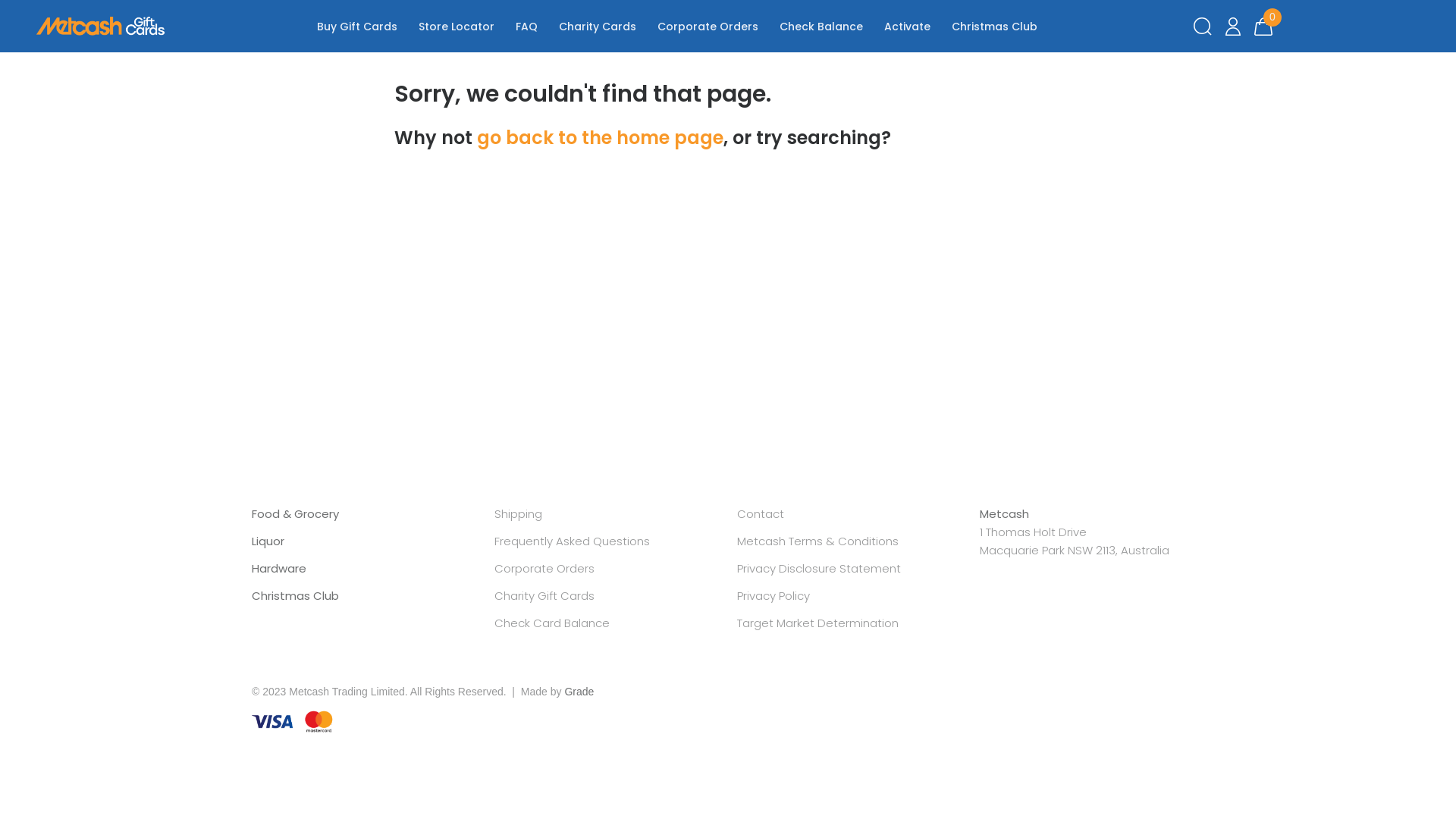 The width and height of the screenshot is (1456, 819). Describe the element at coordinates (818, 568) in the screenshot. I see `'Privacy Disclosure Statement'` at that location.